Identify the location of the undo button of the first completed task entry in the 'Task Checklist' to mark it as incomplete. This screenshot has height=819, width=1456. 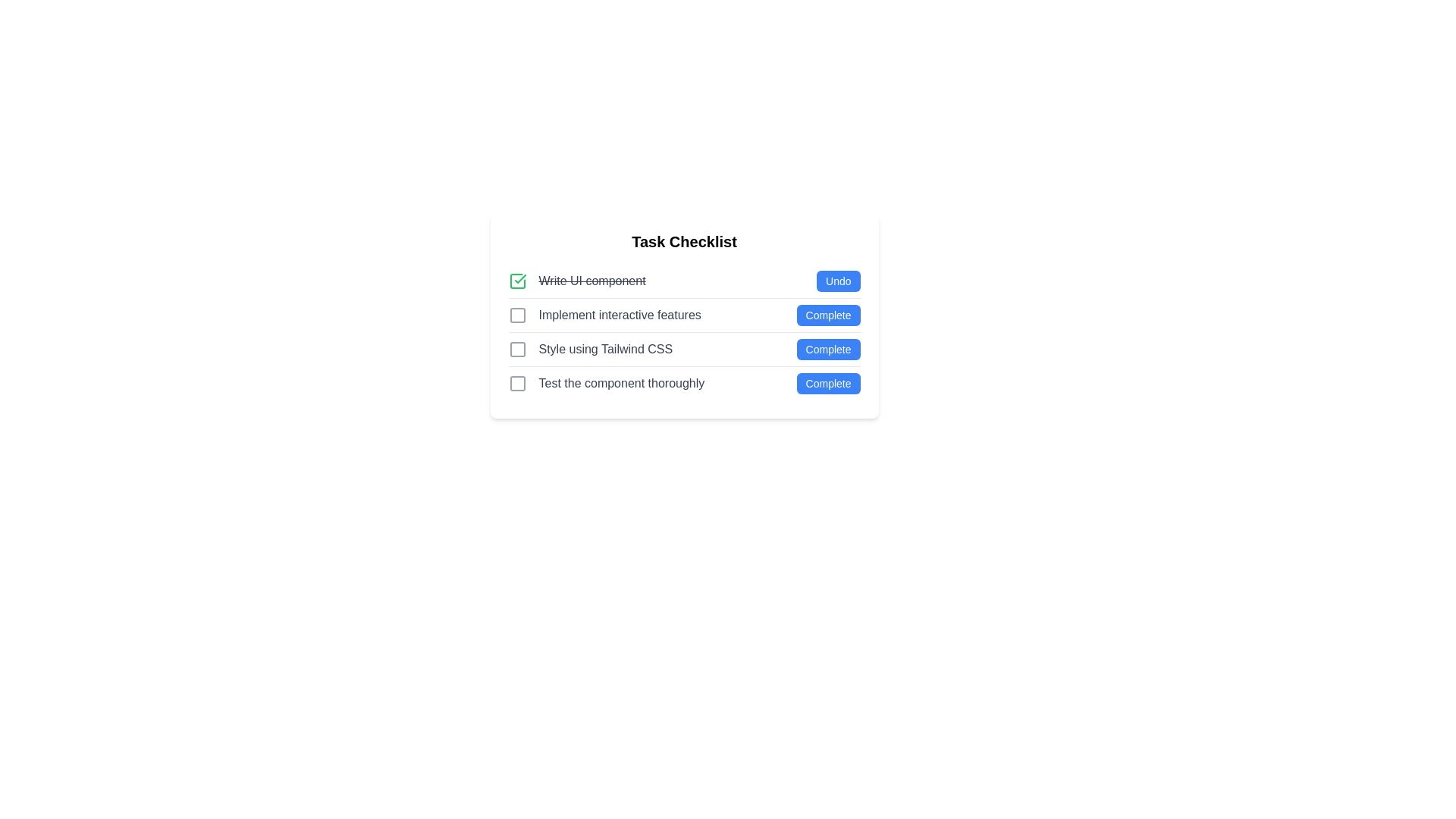
(683, 281).